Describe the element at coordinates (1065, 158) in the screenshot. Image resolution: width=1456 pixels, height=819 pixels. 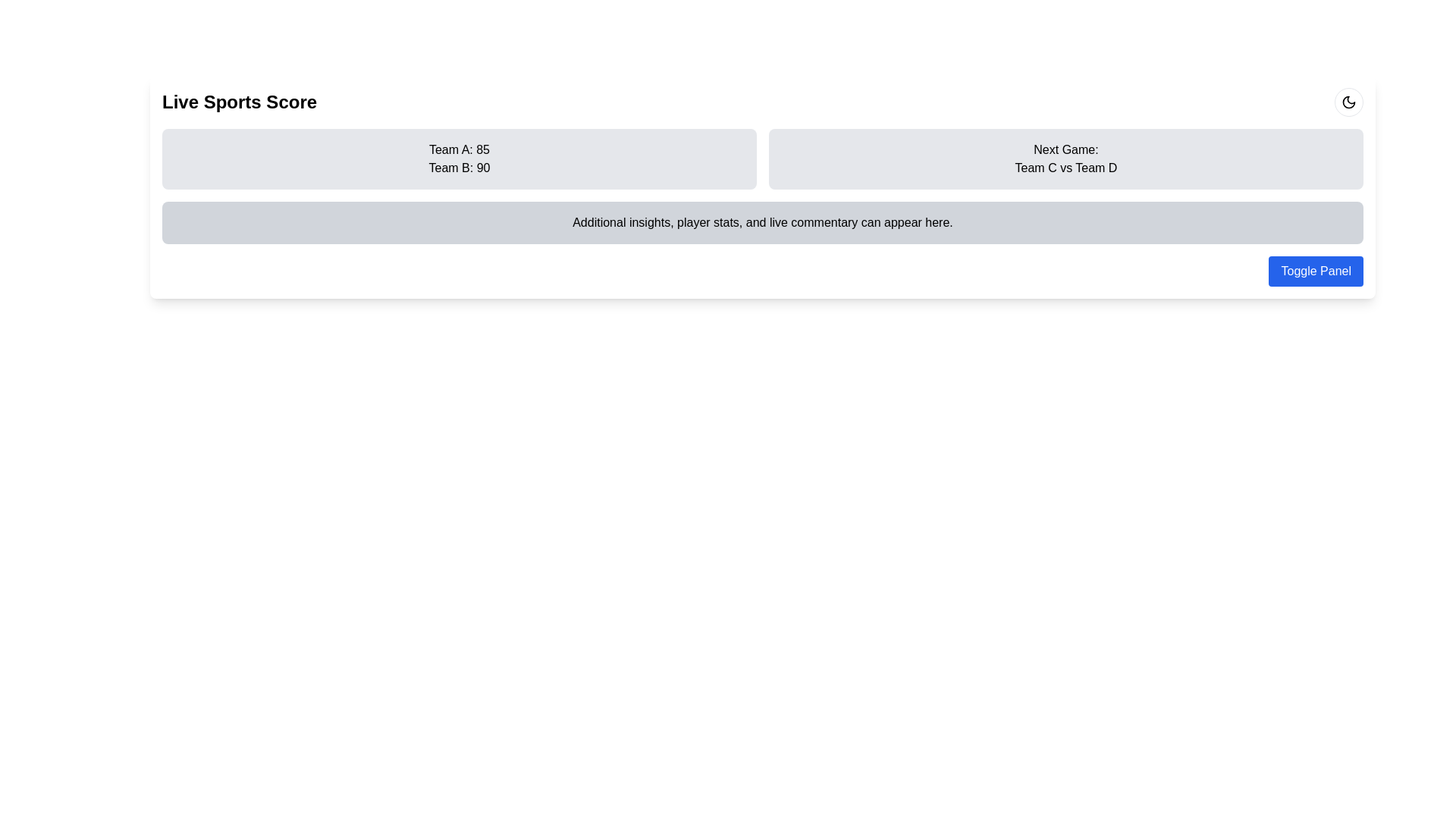
I see `the informational block displaying details about the upcoming sports game, located in the rightmost column under 'Live Sports Score.'` at that location.